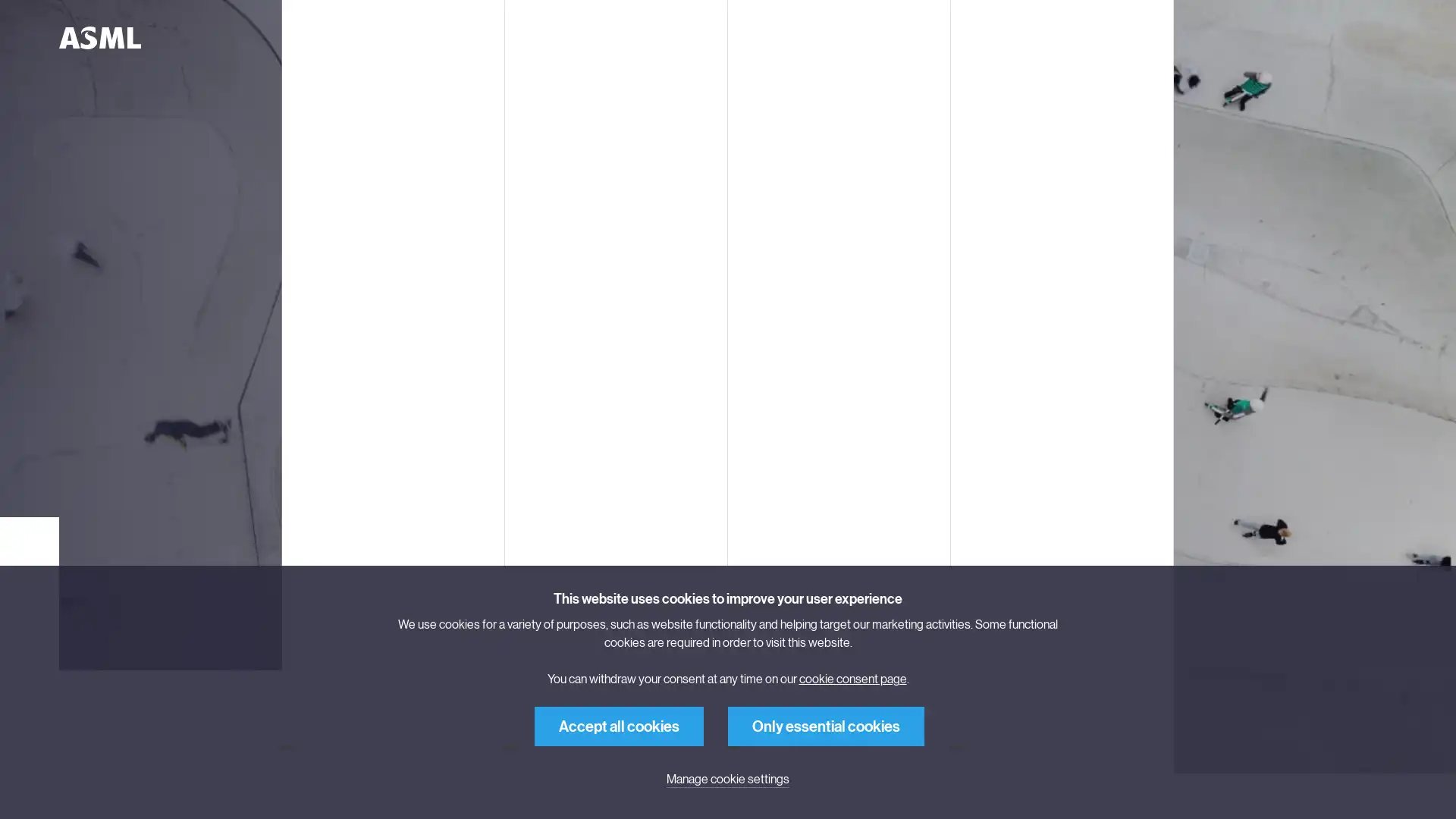  Describe the element at coordinates (825, 725) in the screenshot. I see `Only essential cookies` at that location.